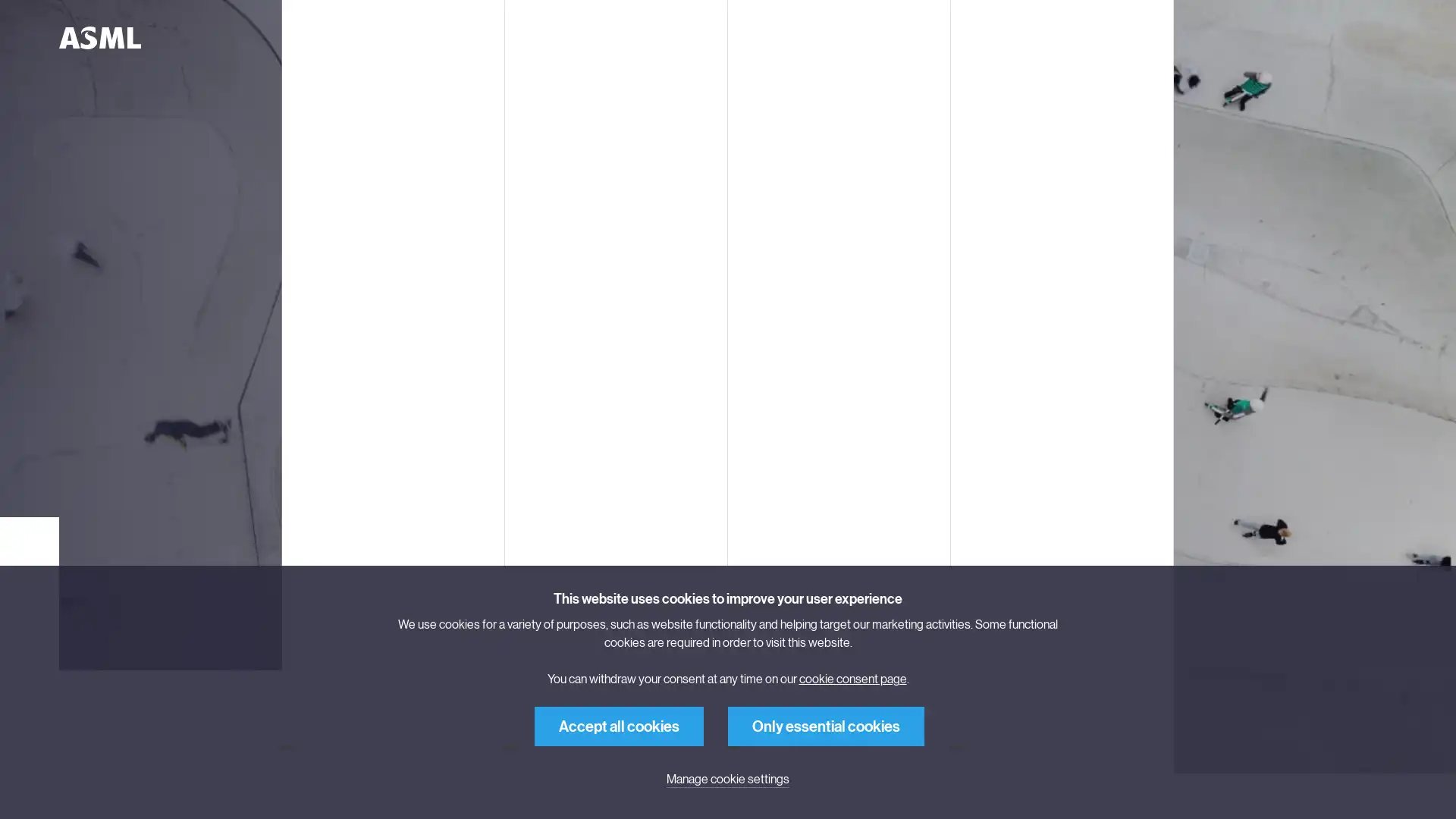  Describe the element at coordinates (825, 725) in the screenshot. I see `Only essential cookies` at that location.